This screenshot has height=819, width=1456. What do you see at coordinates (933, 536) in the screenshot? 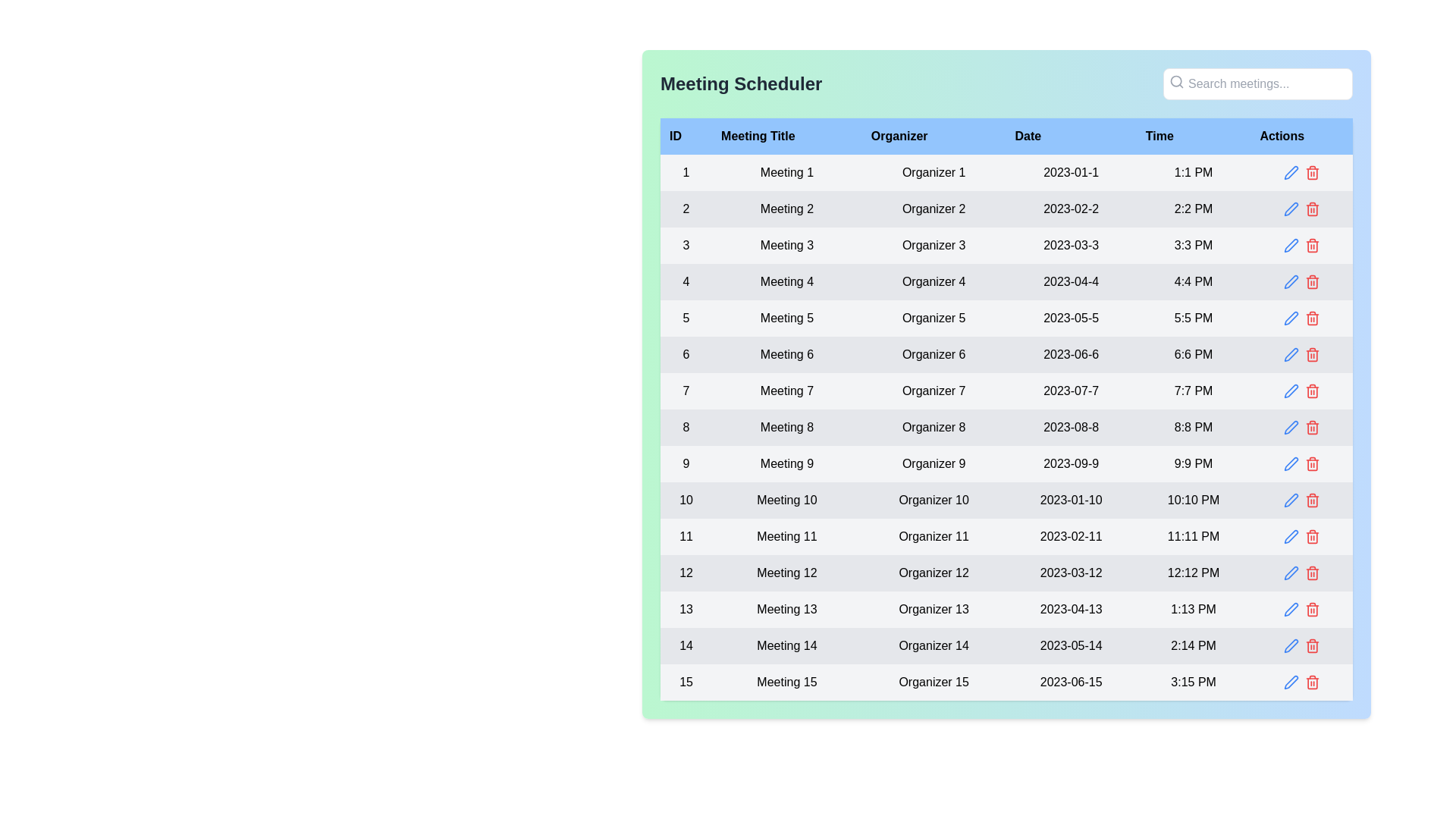
I see `the text label displaying 'Organizer 11' which is located in the 11th row under the 'Organizer' column` at bounding box center [933, 536].